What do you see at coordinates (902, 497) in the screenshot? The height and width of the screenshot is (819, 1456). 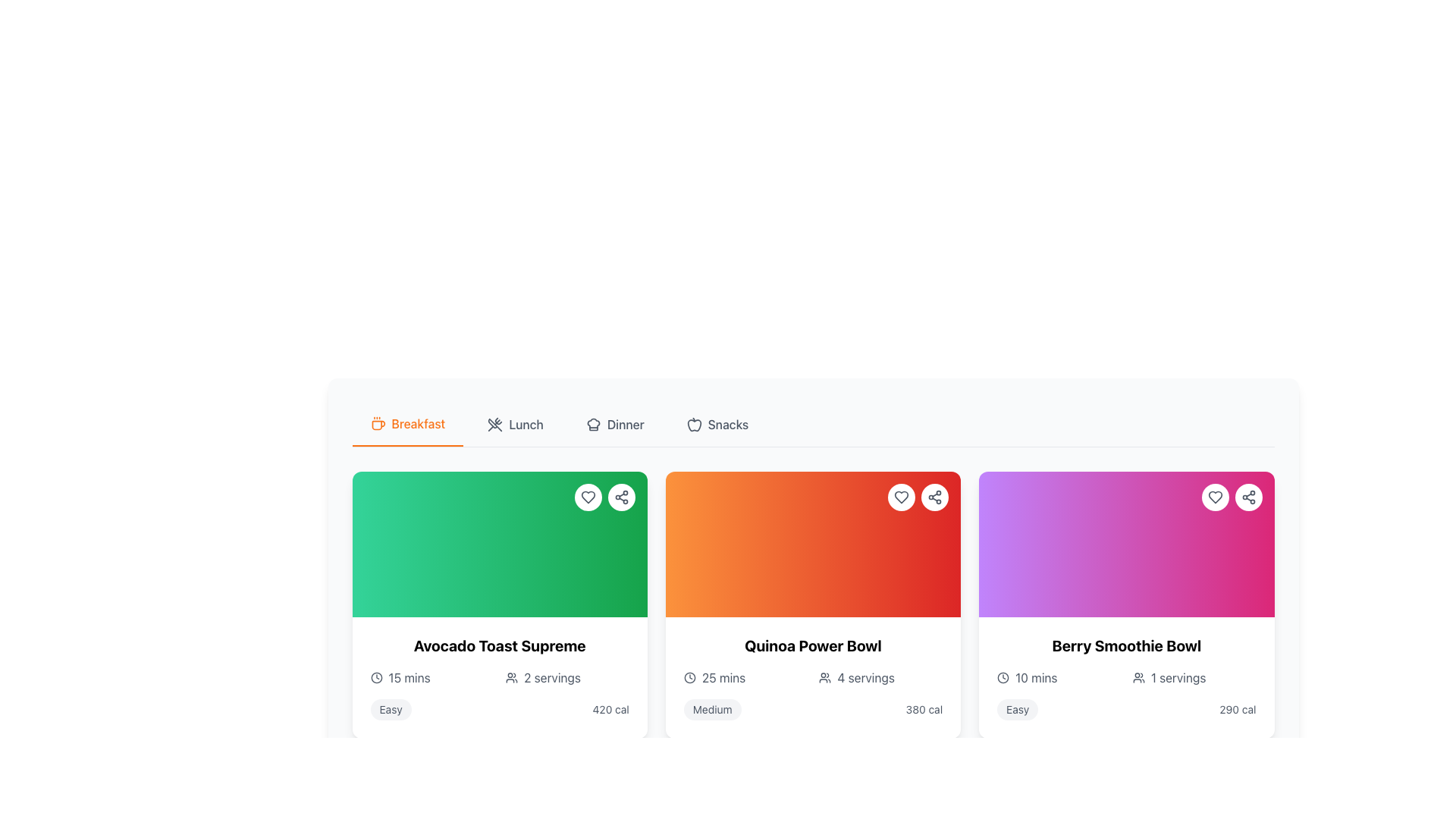 I see `the like button located in the upper-right corner of the middle recipe card to like or unlike the recipe` at bounding box center [902, 497].